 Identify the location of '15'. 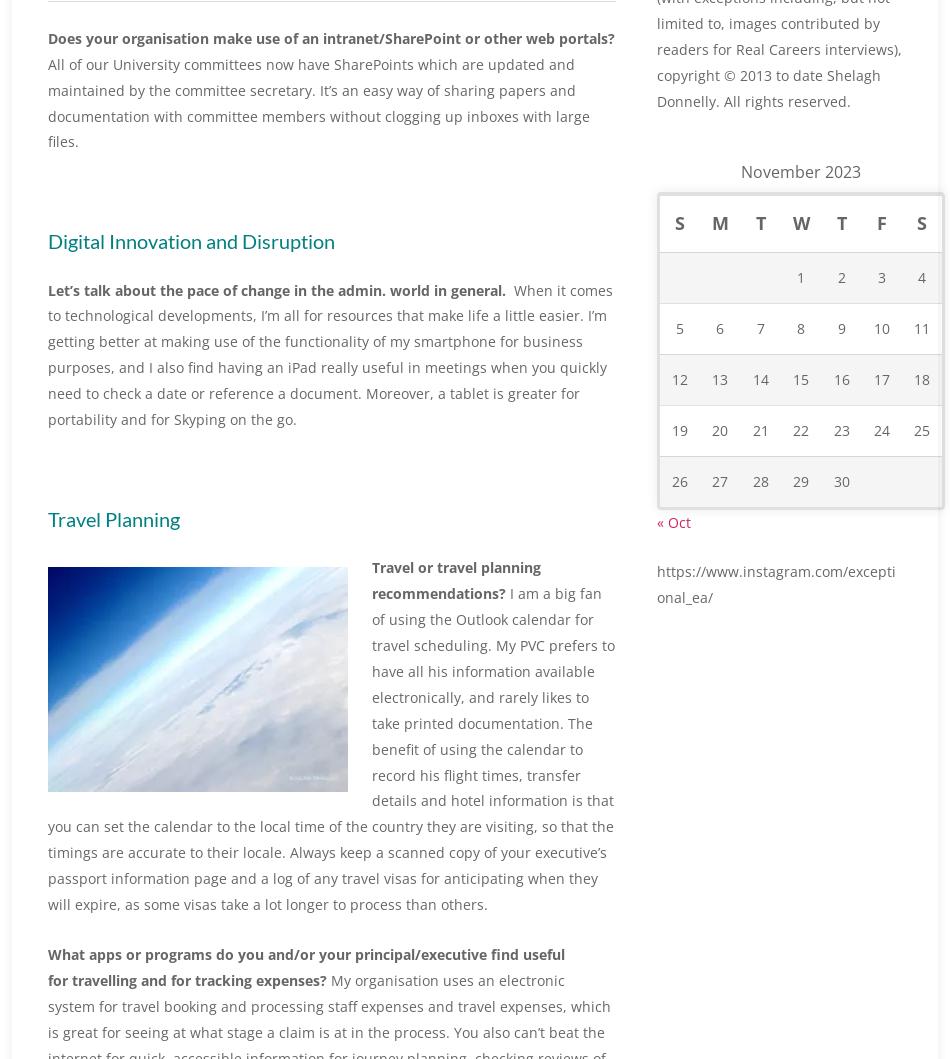
(800, 422).